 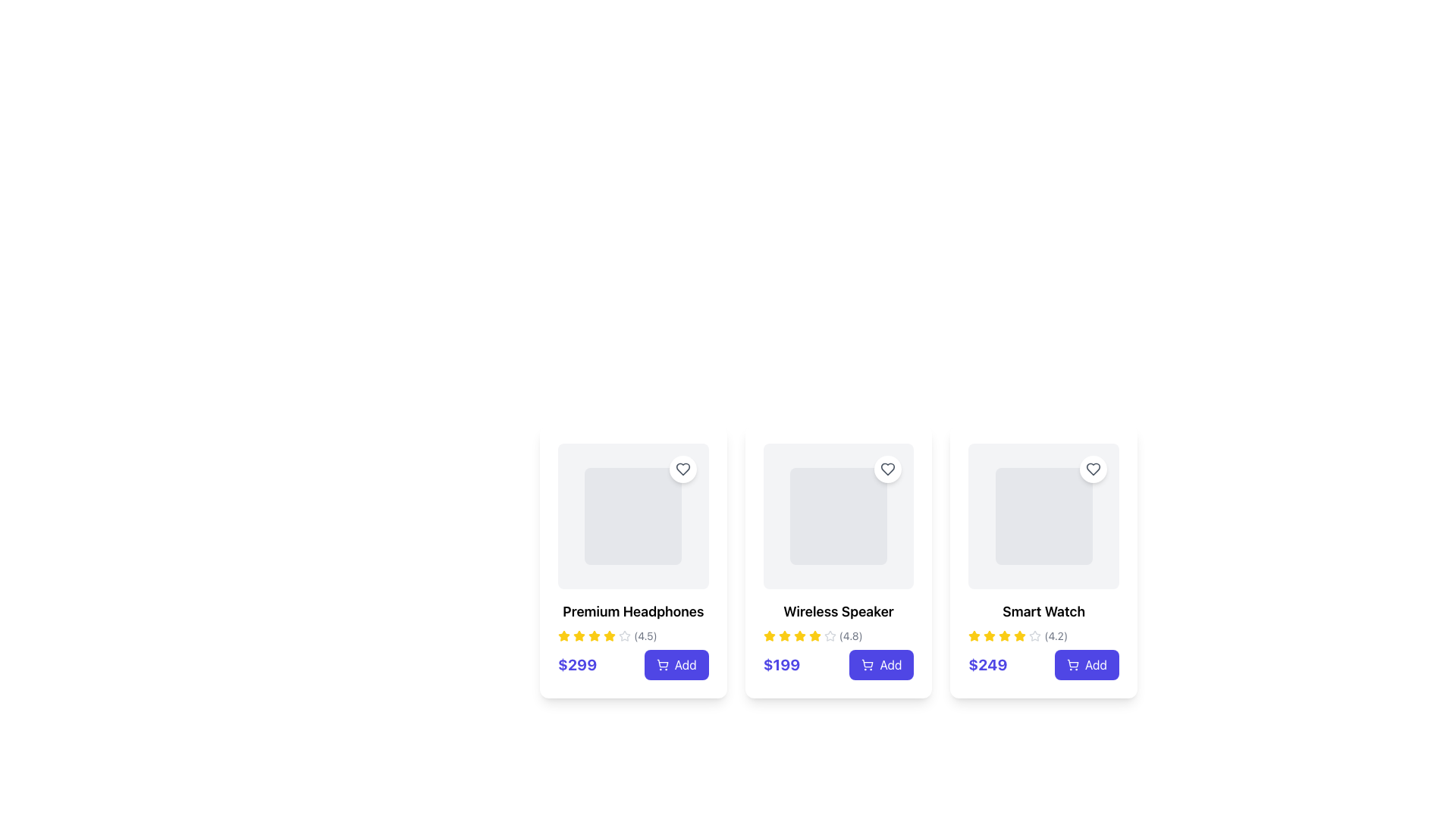 What do you see at coordinates (799, 636) in the screenshot?
I see `the fourth star icon in the rating scale for the 'Wireless Speaker' product card, which is visually represented by a yellow star with a five-pointed geometric shape` at bounding box center [799, 636].